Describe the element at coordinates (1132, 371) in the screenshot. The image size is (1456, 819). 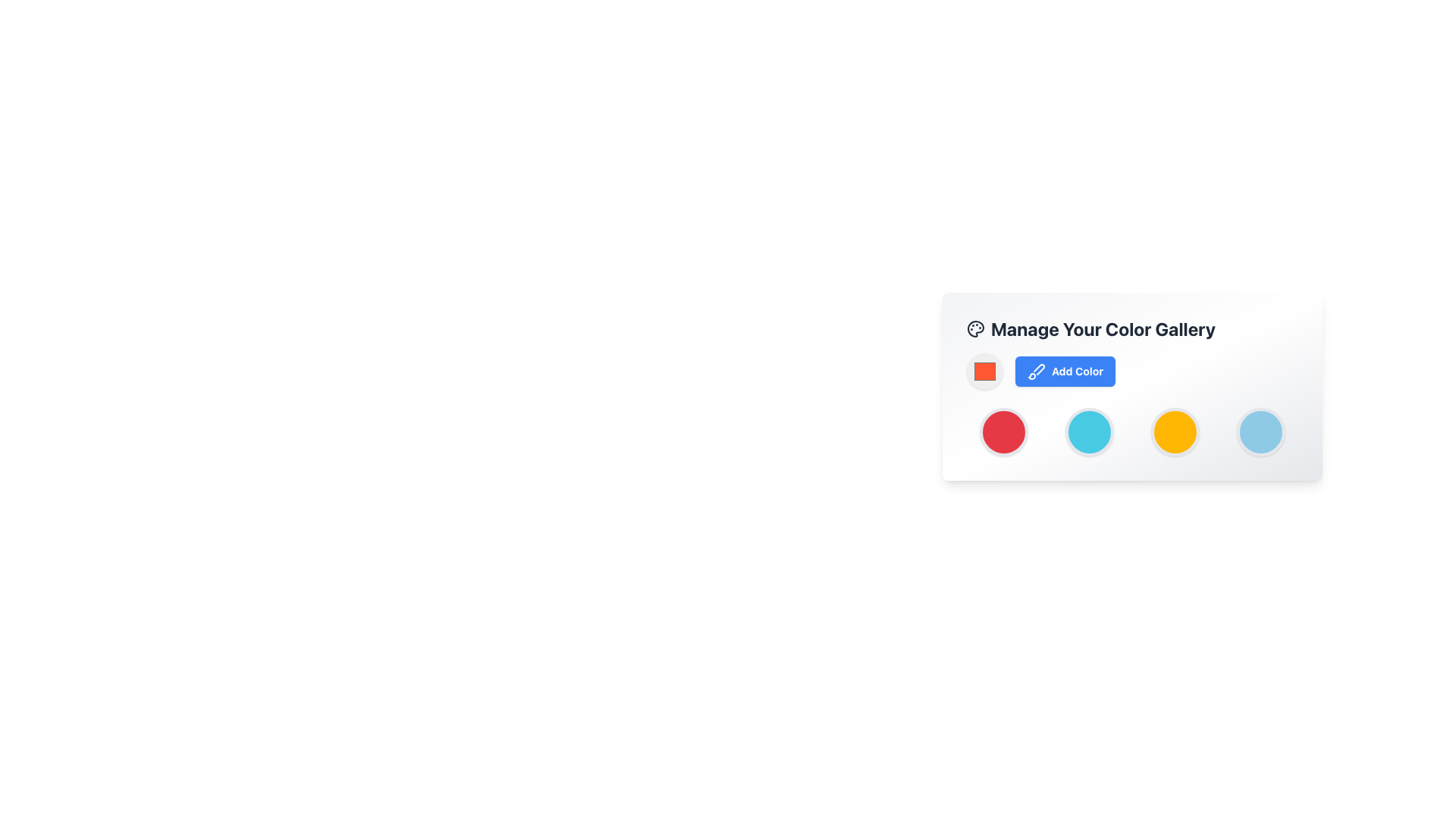
I see `the color display circle in the interactive color selection and confirmation component` at that location.